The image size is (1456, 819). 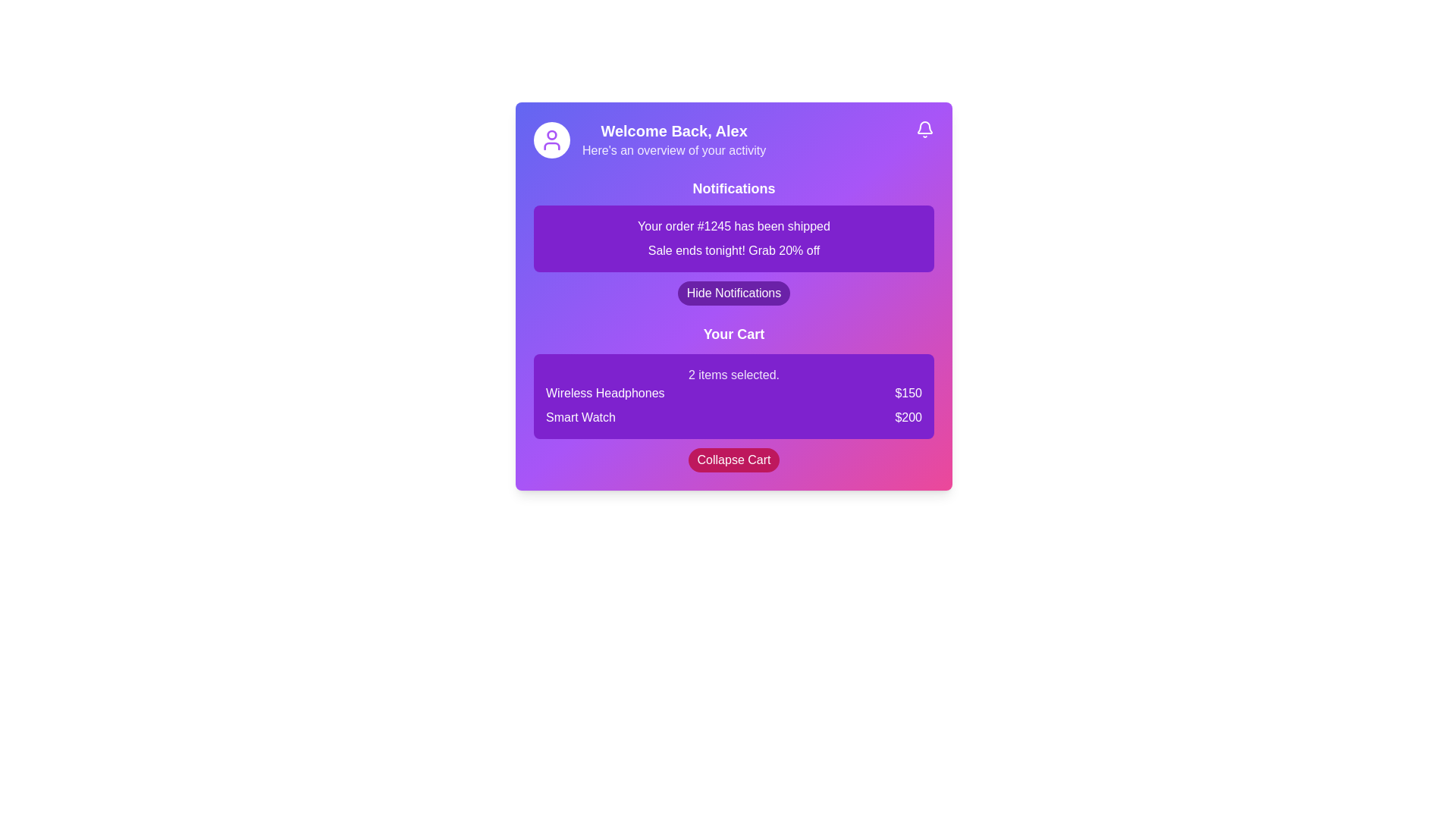 I want to click on text label informing the user about a limited-time sales offer, located in the second notification box under 'Notifications', positioned below 'Your order #1245 has been shipped', so click(x=734, y=250).